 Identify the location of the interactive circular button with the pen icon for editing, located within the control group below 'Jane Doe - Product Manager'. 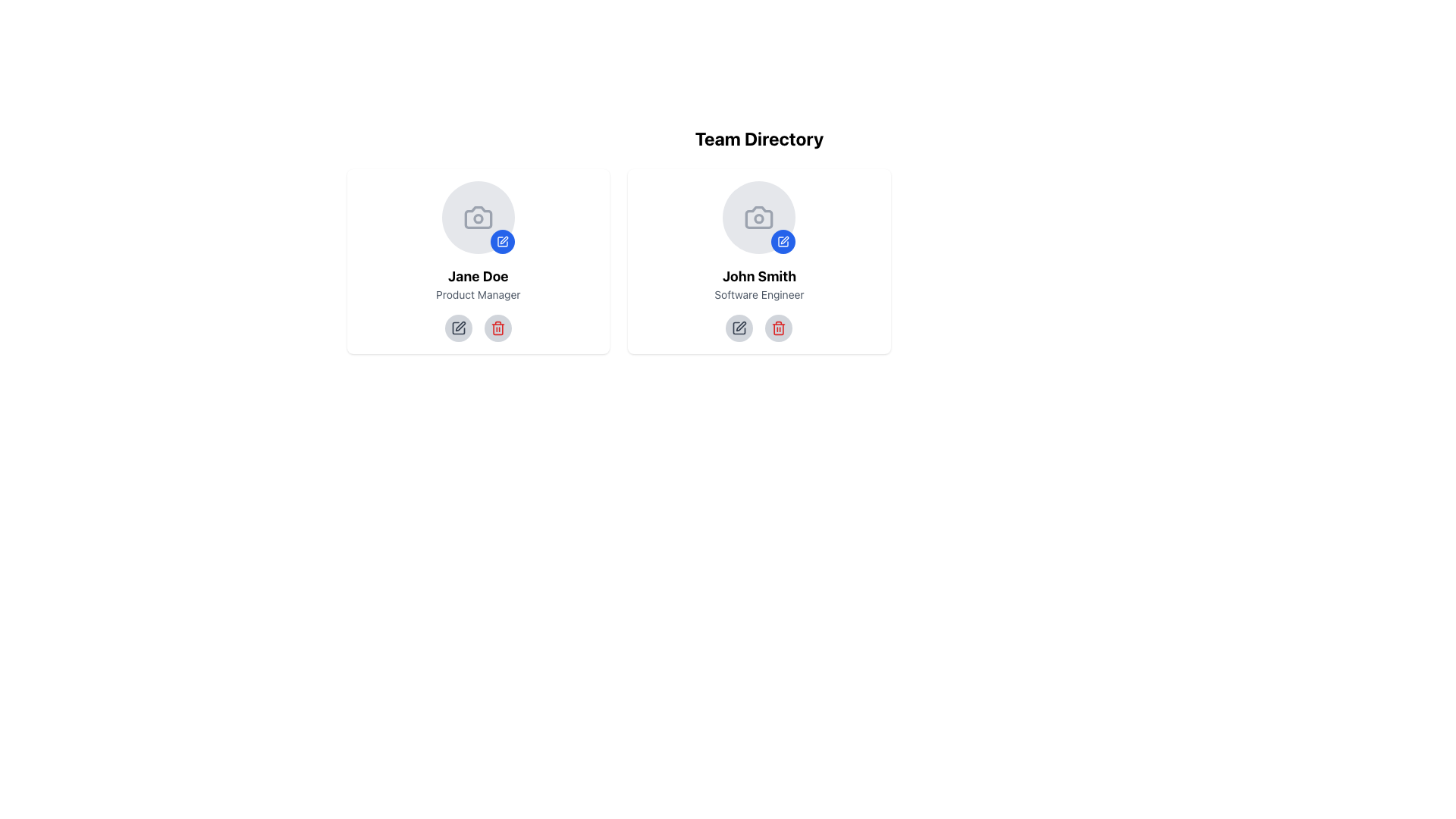
(477, 327).